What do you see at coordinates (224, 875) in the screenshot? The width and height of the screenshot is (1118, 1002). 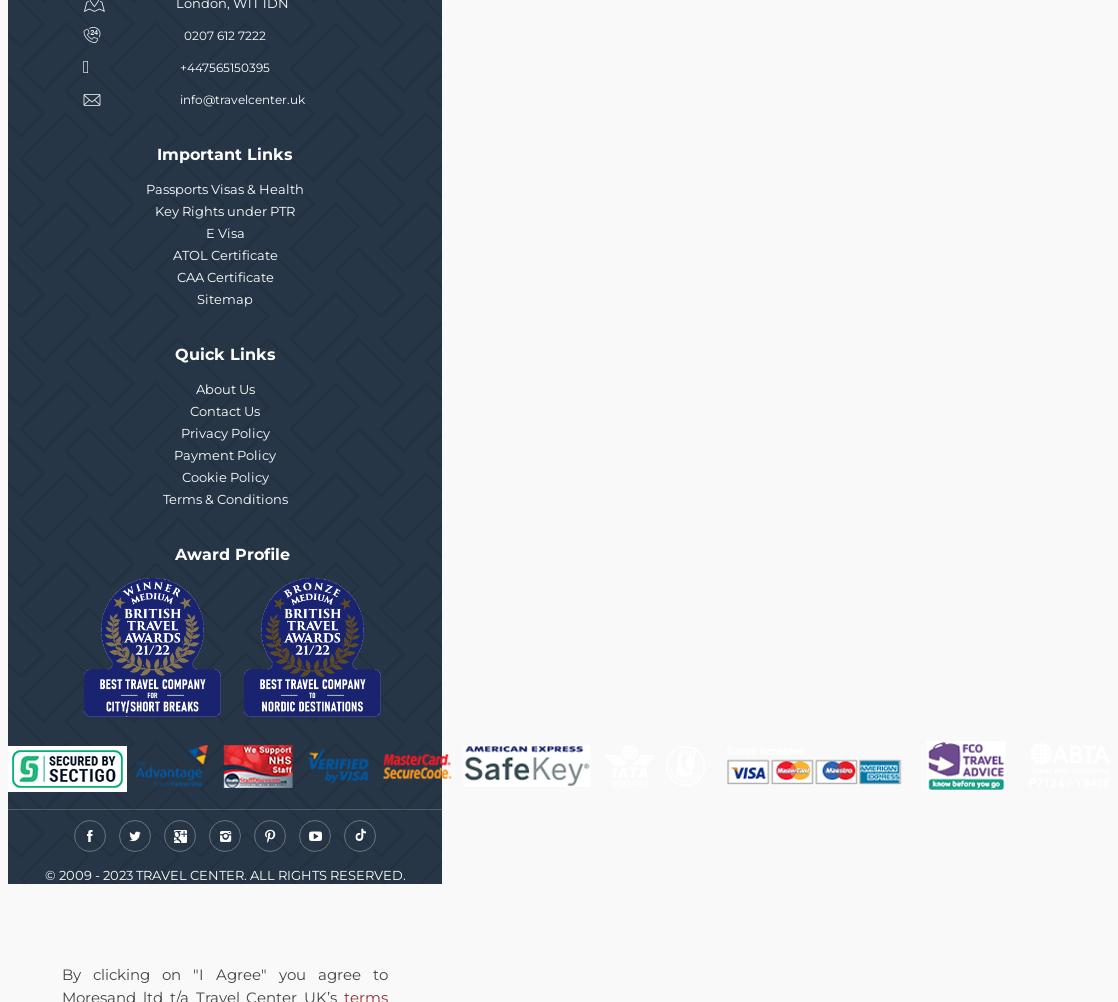 I see `'© 2009 - 2023 Travel Center. All Rights Reserved.'` at bounding box center [224, 875].